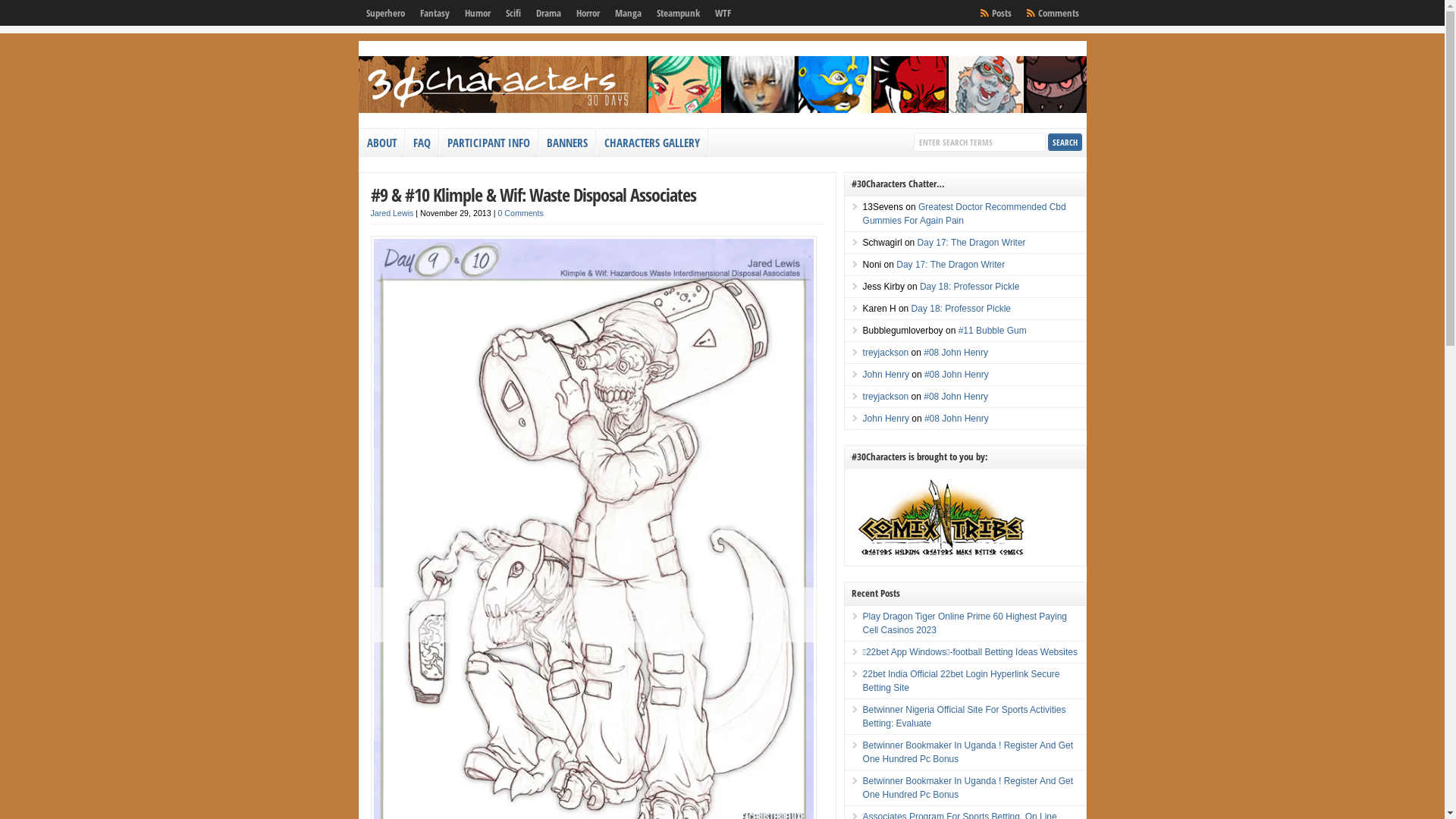 The height and width of the screenshot is (819, 1456). What do you see at coordinates (434, 12) in the screenshot?
I see `'Fantasy'` at bounding box center [434, 12].